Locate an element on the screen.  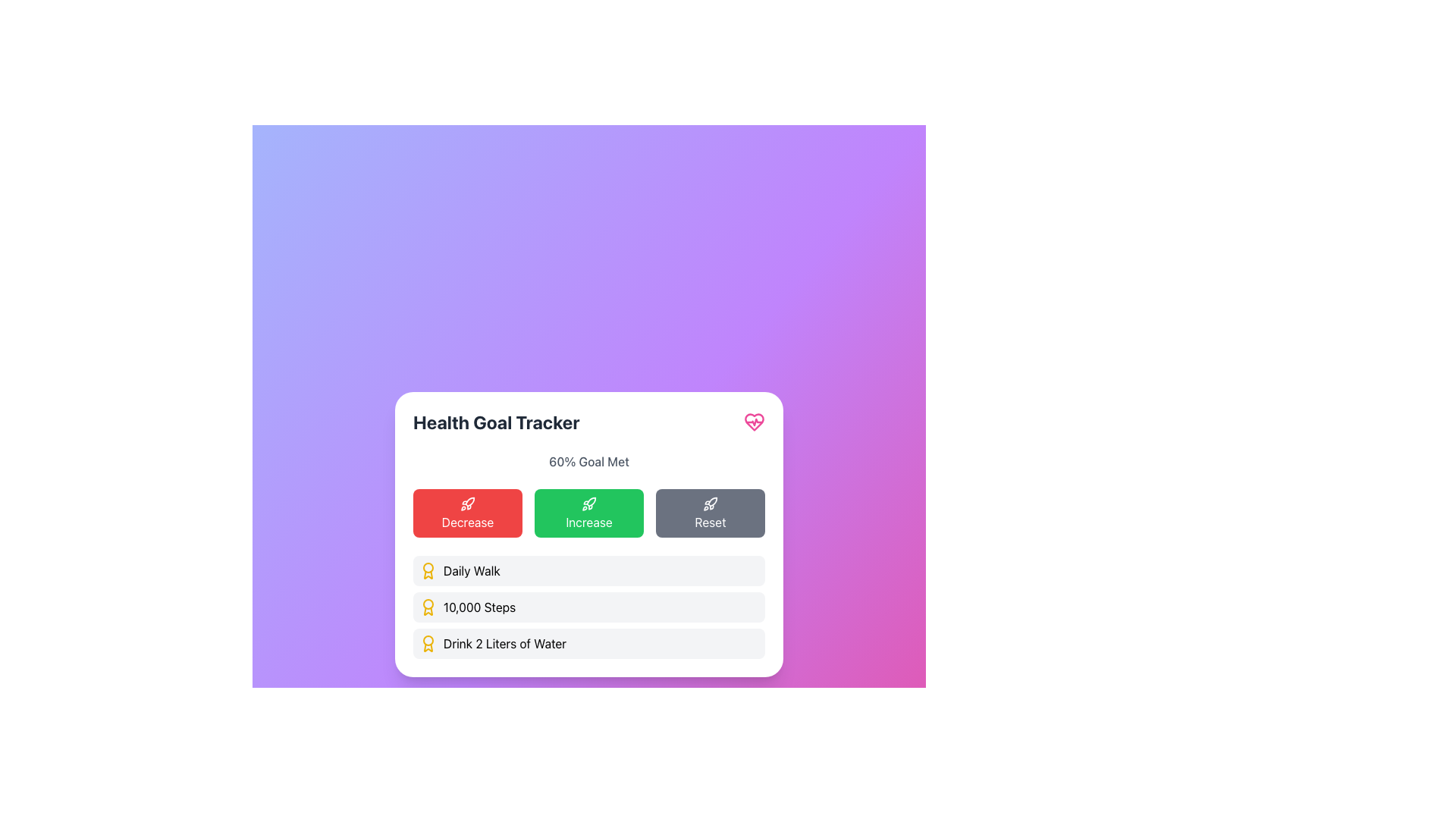
the yellow medal or award badge icon located to the left of the 'Drink 2 Liters of Water' text in the bottom row of the list is located at coordinates (428, 643).